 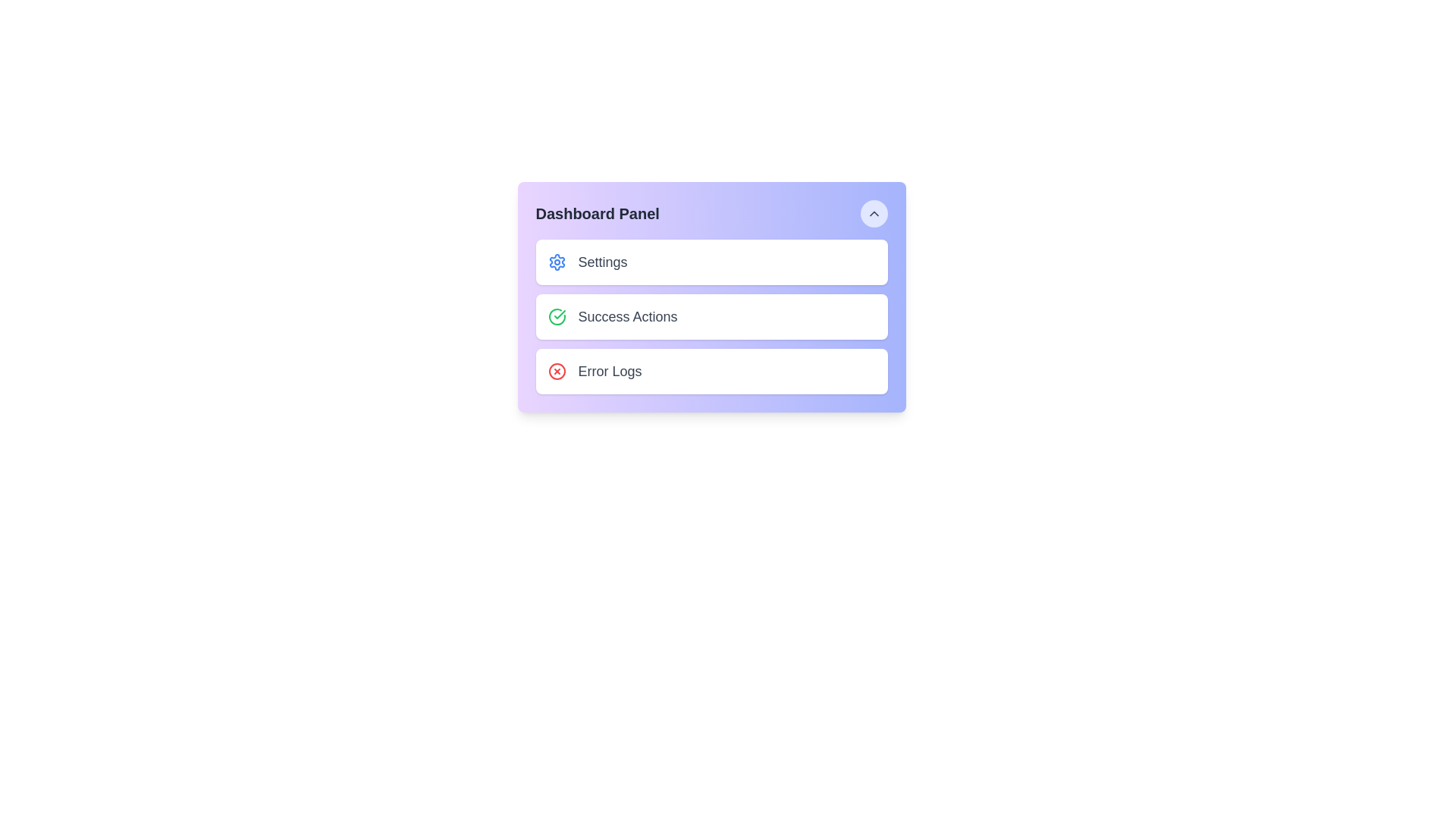 What do you see at coordinates (874, 213) in the screenshot?
I see `the button located at the top-right corner of the 'Dashboard Panel' to enable accessibility navigation` at bounding box center [874, 213].